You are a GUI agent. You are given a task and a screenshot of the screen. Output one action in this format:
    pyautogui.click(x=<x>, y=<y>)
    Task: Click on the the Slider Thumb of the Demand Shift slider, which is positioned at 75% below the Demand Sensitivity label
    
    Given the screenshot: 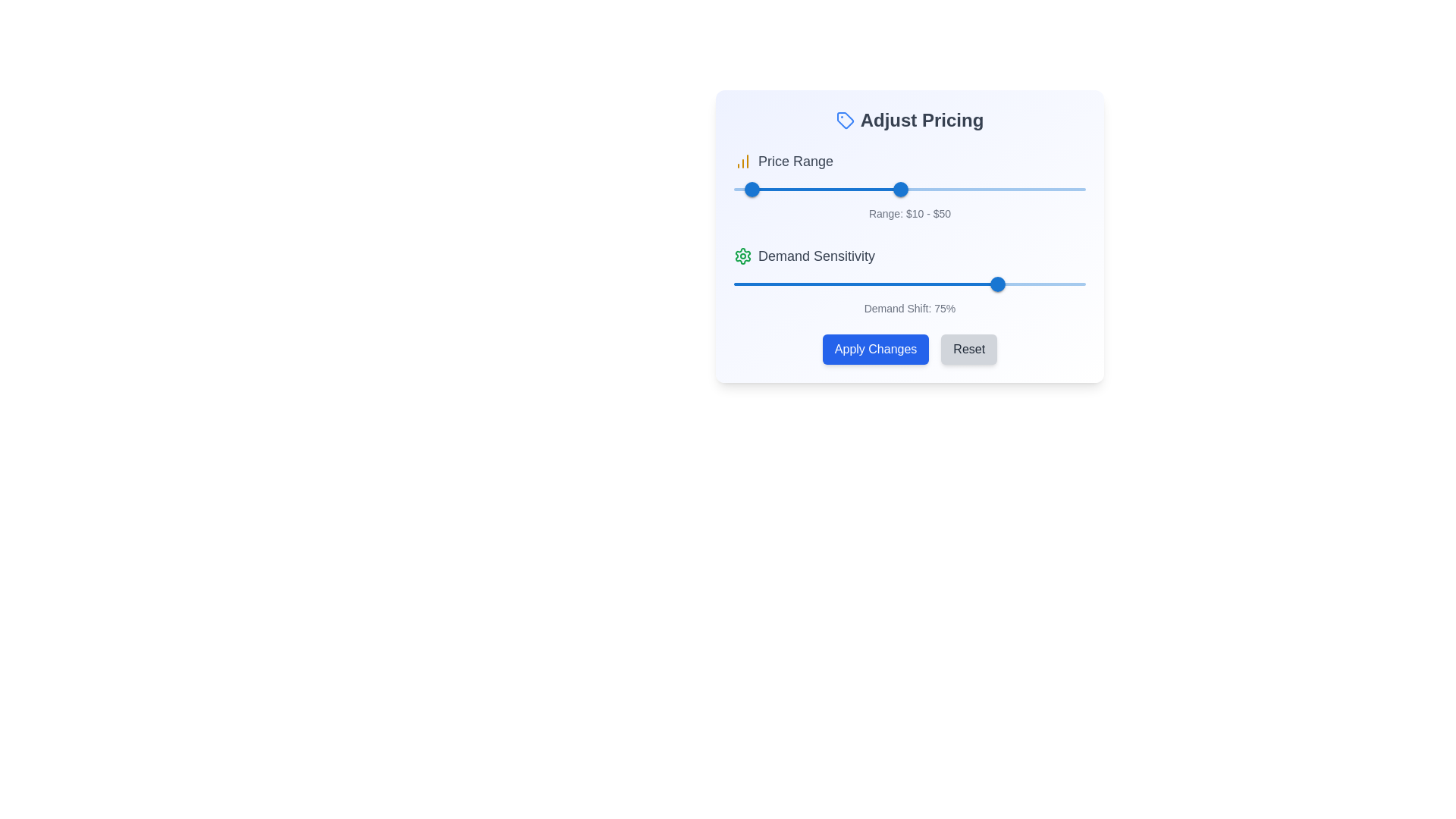 What is the action you would take?
    pyautogui.click(x=997, y=284)
    